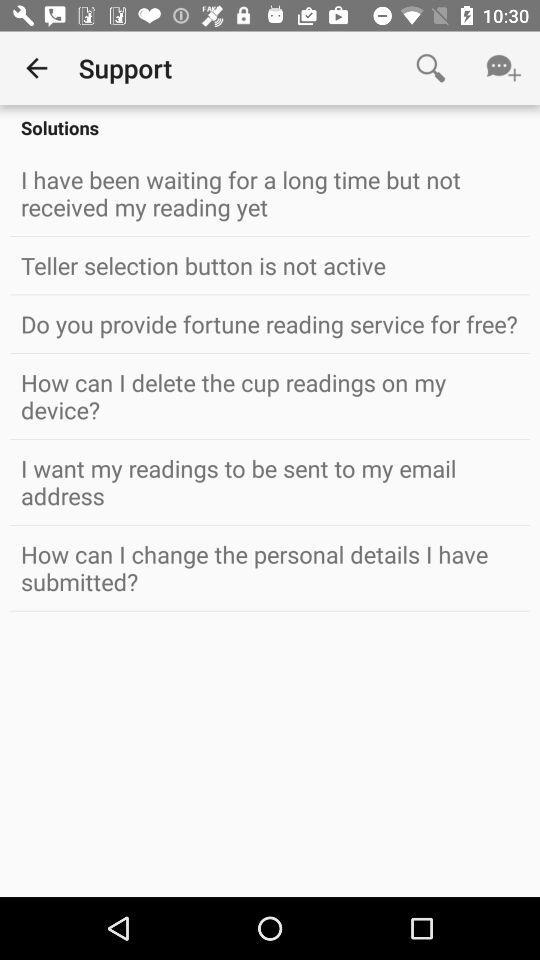 Image resolution: width=540 pixels, height=960 pixels. I want to click on the icon below the teller selection button, so click(270, 324).